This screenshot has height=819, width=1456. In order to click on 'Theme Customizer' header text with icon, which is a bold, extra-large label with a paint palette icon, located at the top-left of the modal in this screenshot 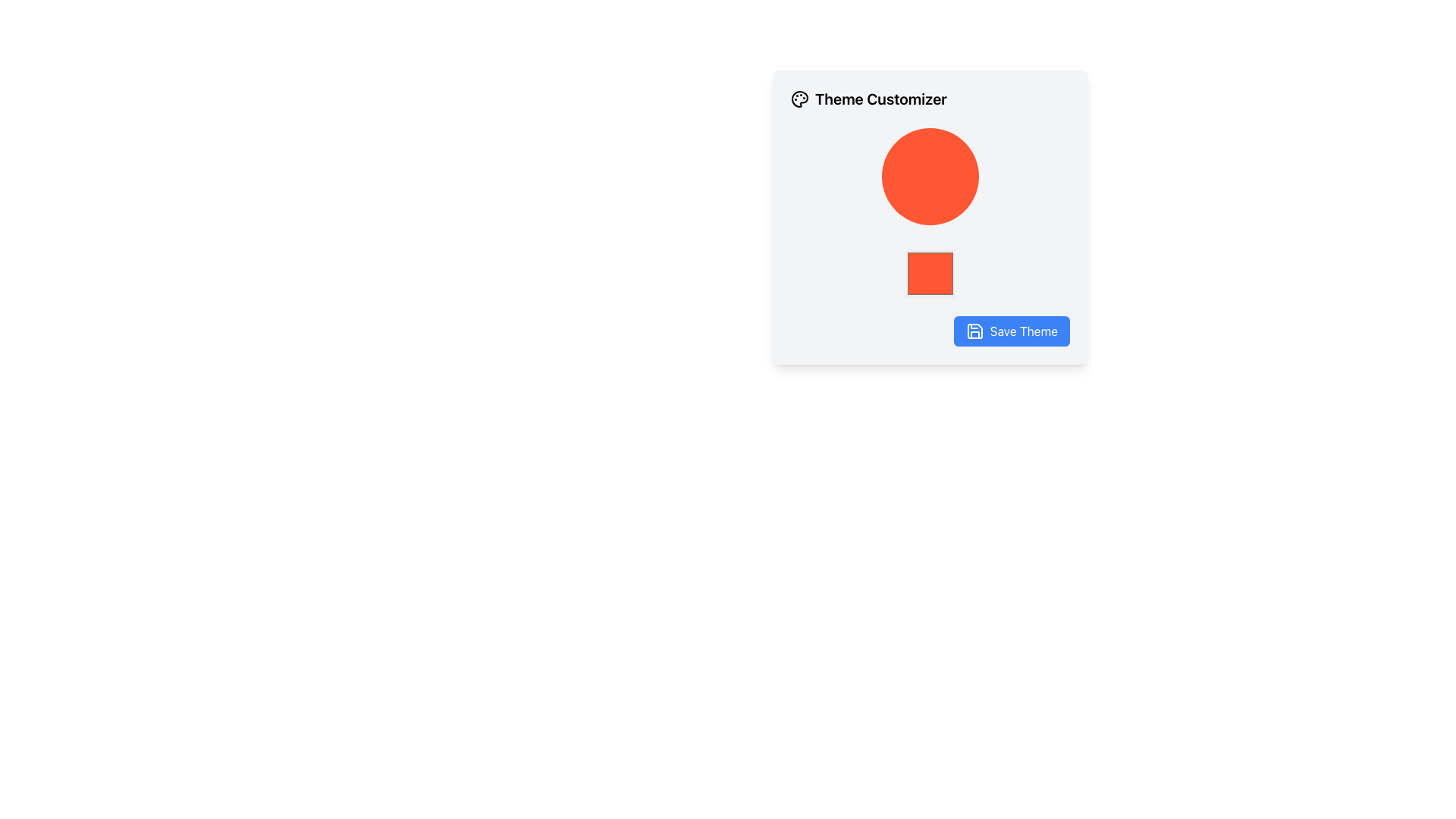, I will do `click(868, 99)`.